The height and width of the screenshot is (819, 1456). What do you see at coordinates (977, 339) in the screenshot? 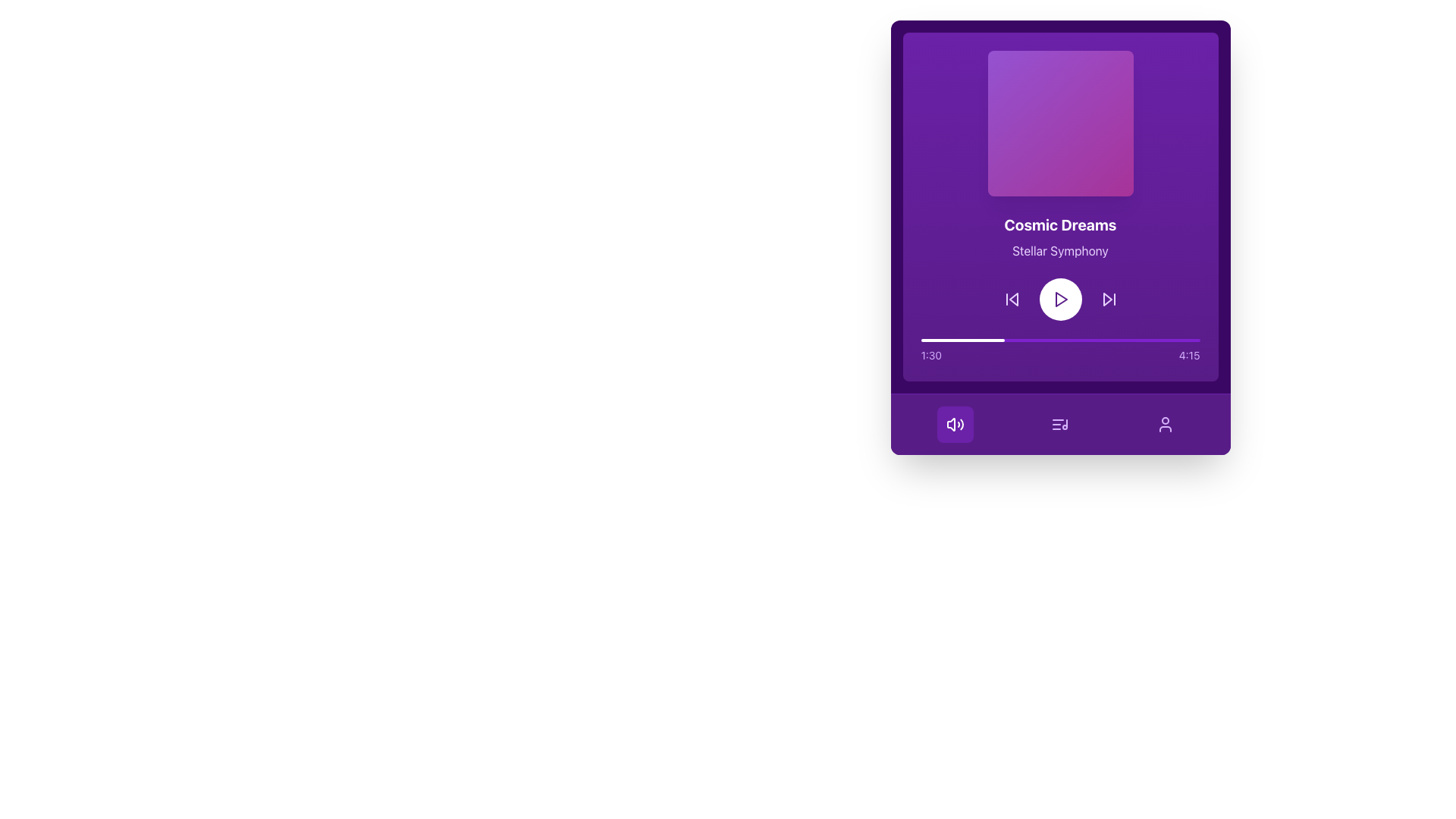
I see `the slider position` at bounding box center [977, 339].